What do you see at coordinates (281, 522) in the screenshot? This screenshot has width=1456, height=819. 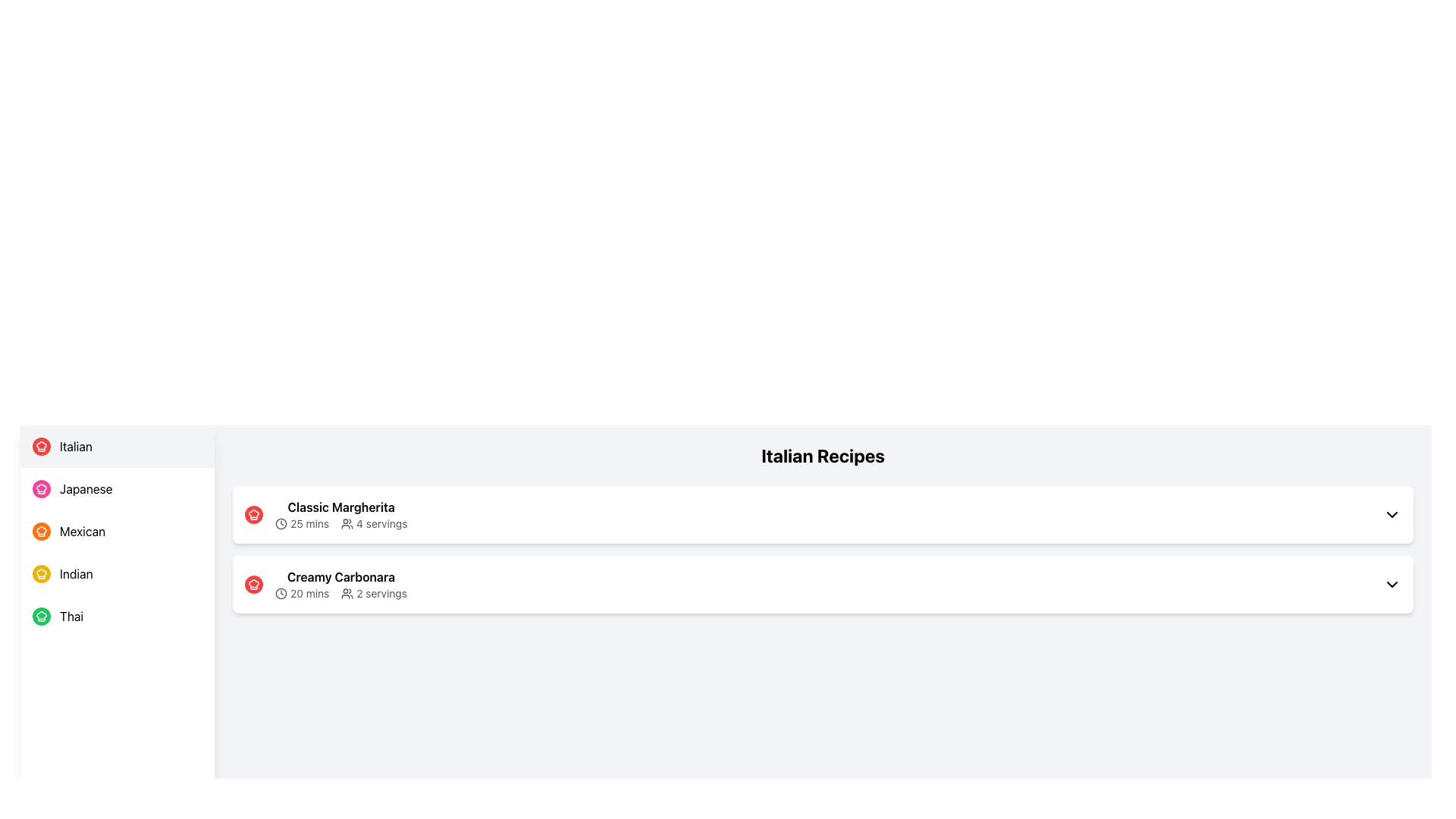 I see `the circular frame of the clock icon located to the left of the text '25 mins' in the 'Classic Margherita' recipe card` at bounding box center [281, 522].